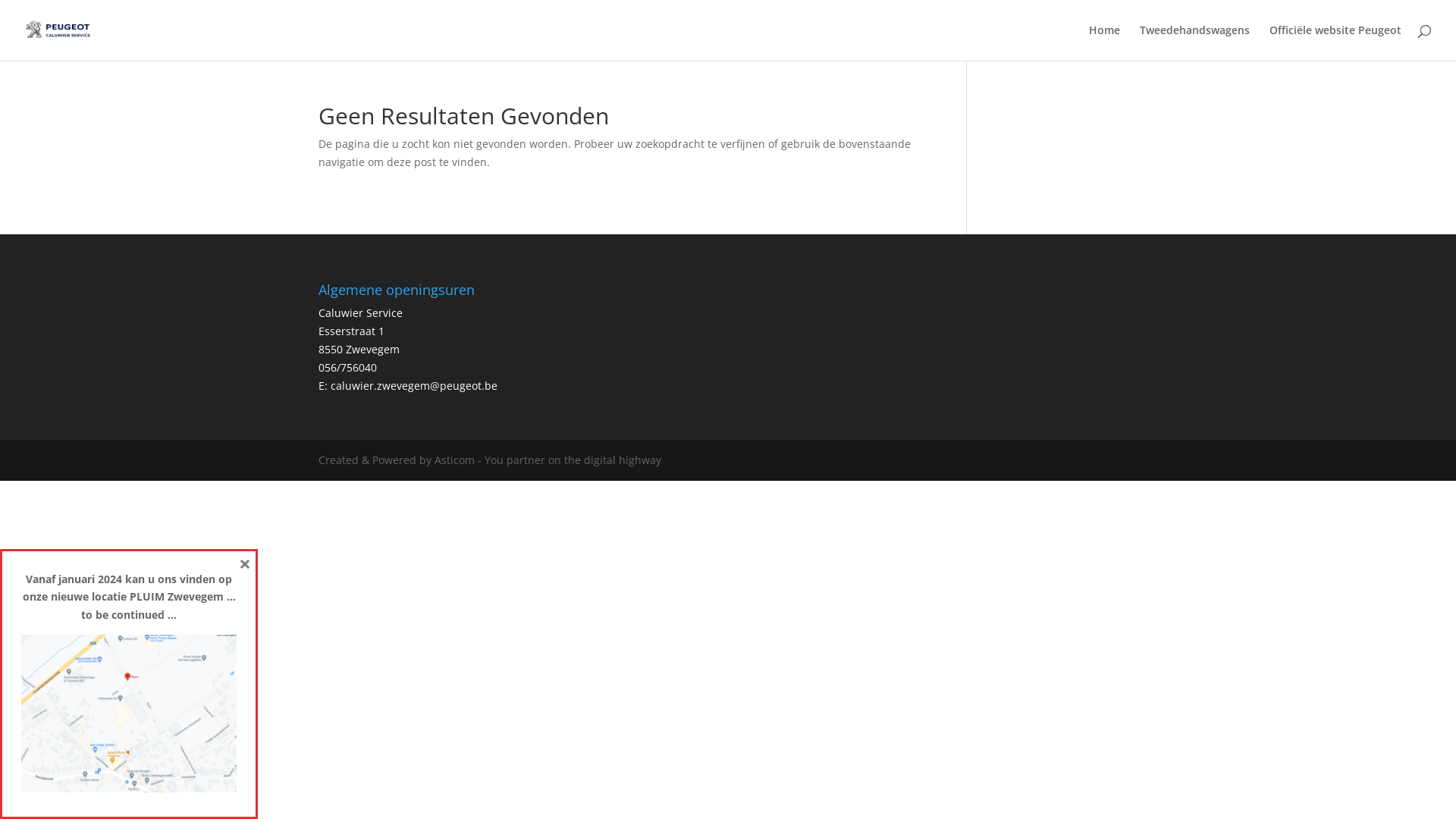 The height and width of the screenshot is (819, 1456). Describe the element at coordinates (1104, 42) in the screenshot. I see `'Home'` at that location.